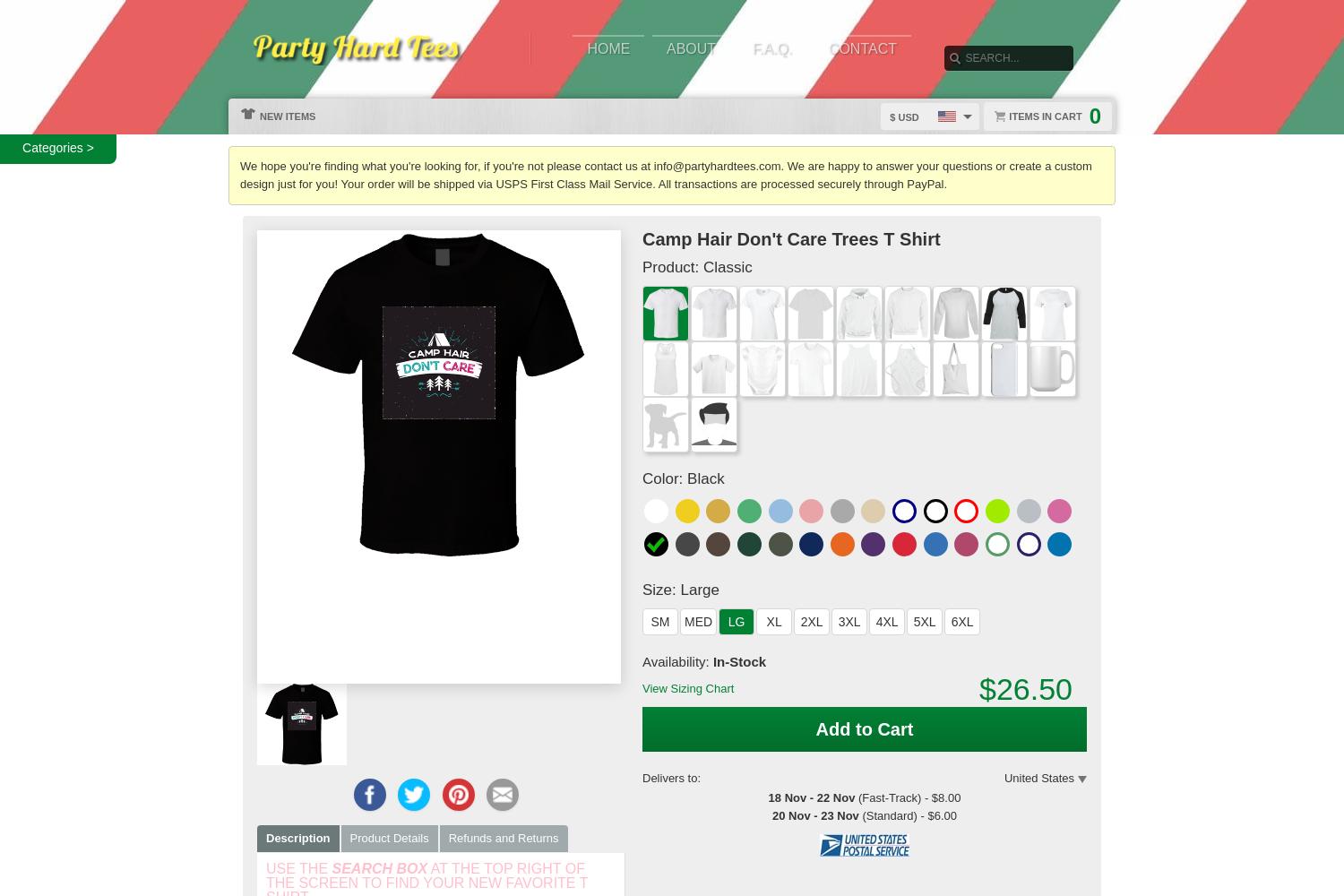  I want to click on 'Home', so click(608, 48).